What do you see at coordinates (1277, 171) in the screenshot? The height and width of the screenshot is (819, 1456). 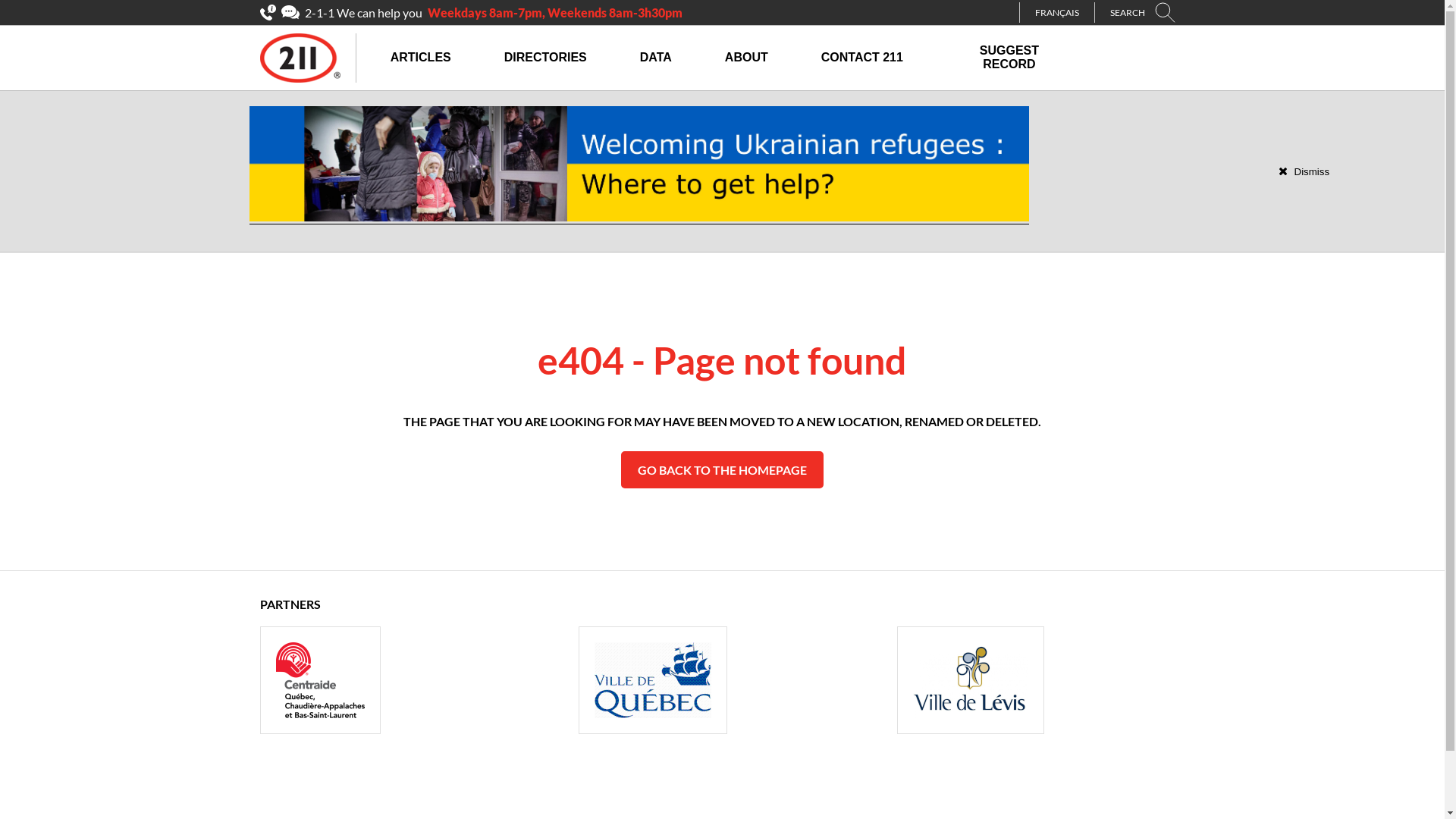 I see `'Dismiss'` at bounding box center [1277, 171].